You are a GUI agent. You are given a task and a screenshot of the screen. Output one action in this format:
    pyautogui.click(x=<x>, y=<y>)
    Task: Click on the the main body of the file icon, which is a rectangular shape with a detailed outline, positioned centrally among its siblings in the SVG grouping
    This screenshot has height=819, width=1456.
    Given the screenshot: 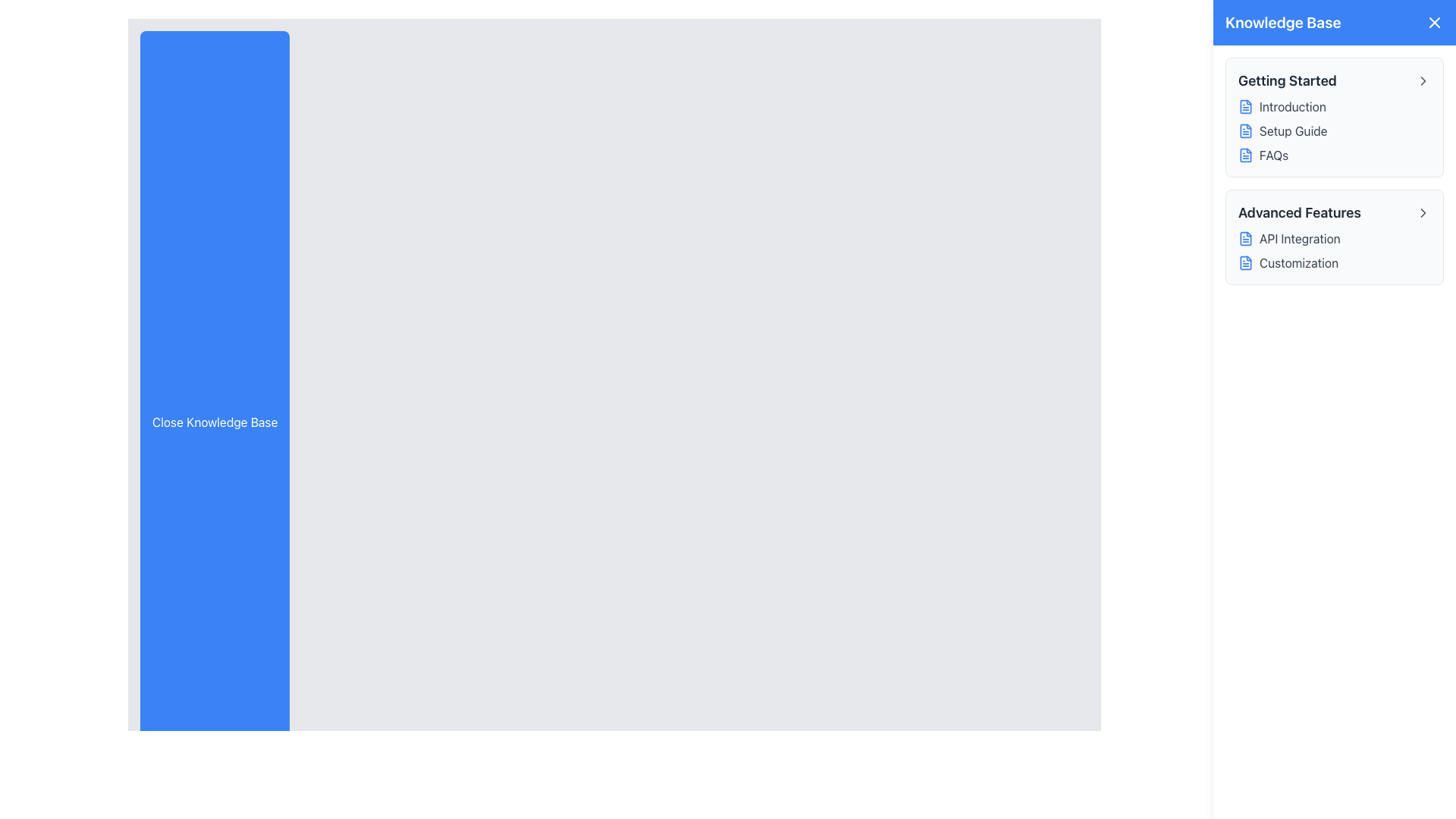 What is the action you would take?
    pyautogui.click(x=1245, y=262)
    